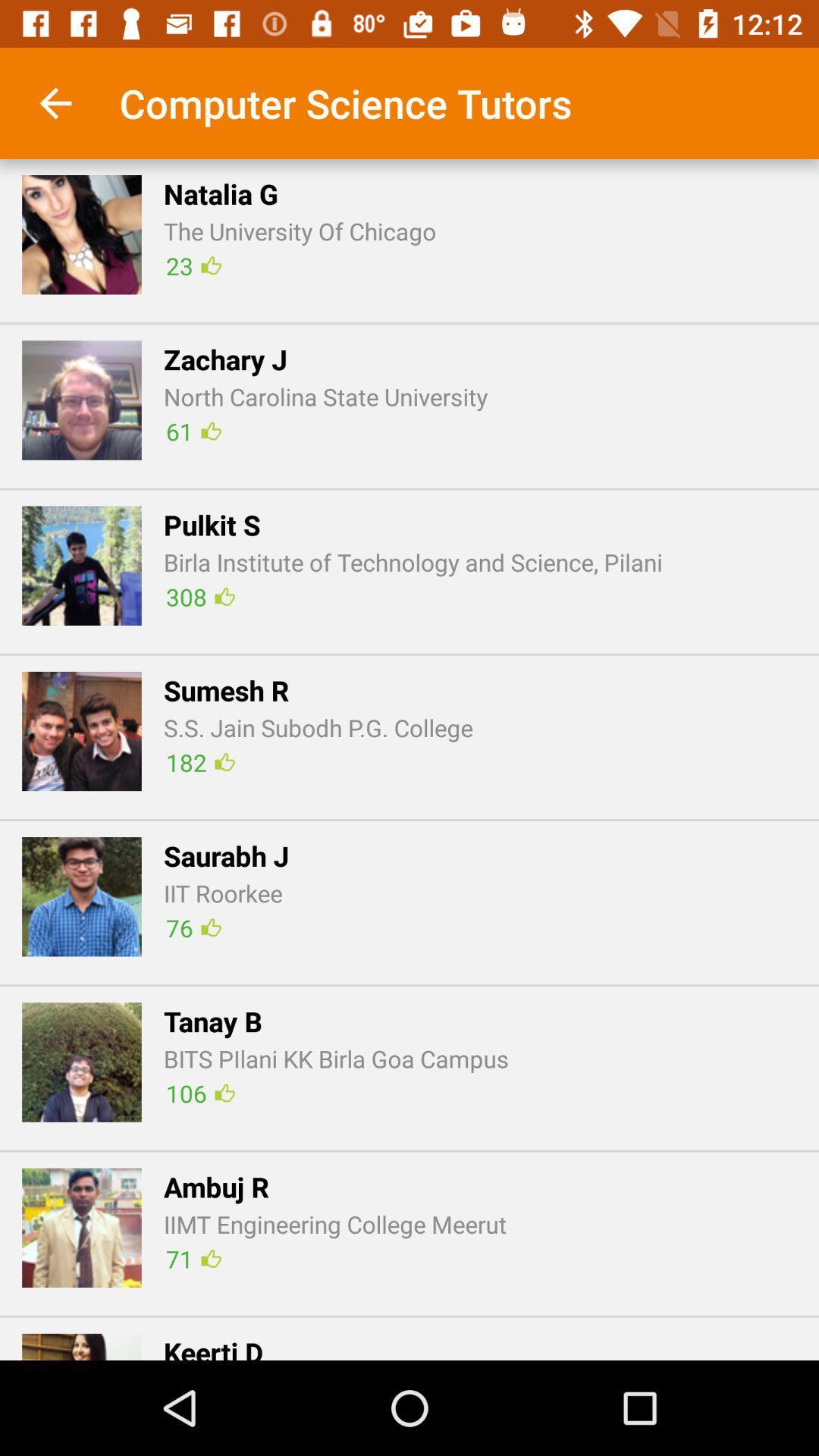  I want to click on the icon to the right of the a icon, so click(334, 1224).